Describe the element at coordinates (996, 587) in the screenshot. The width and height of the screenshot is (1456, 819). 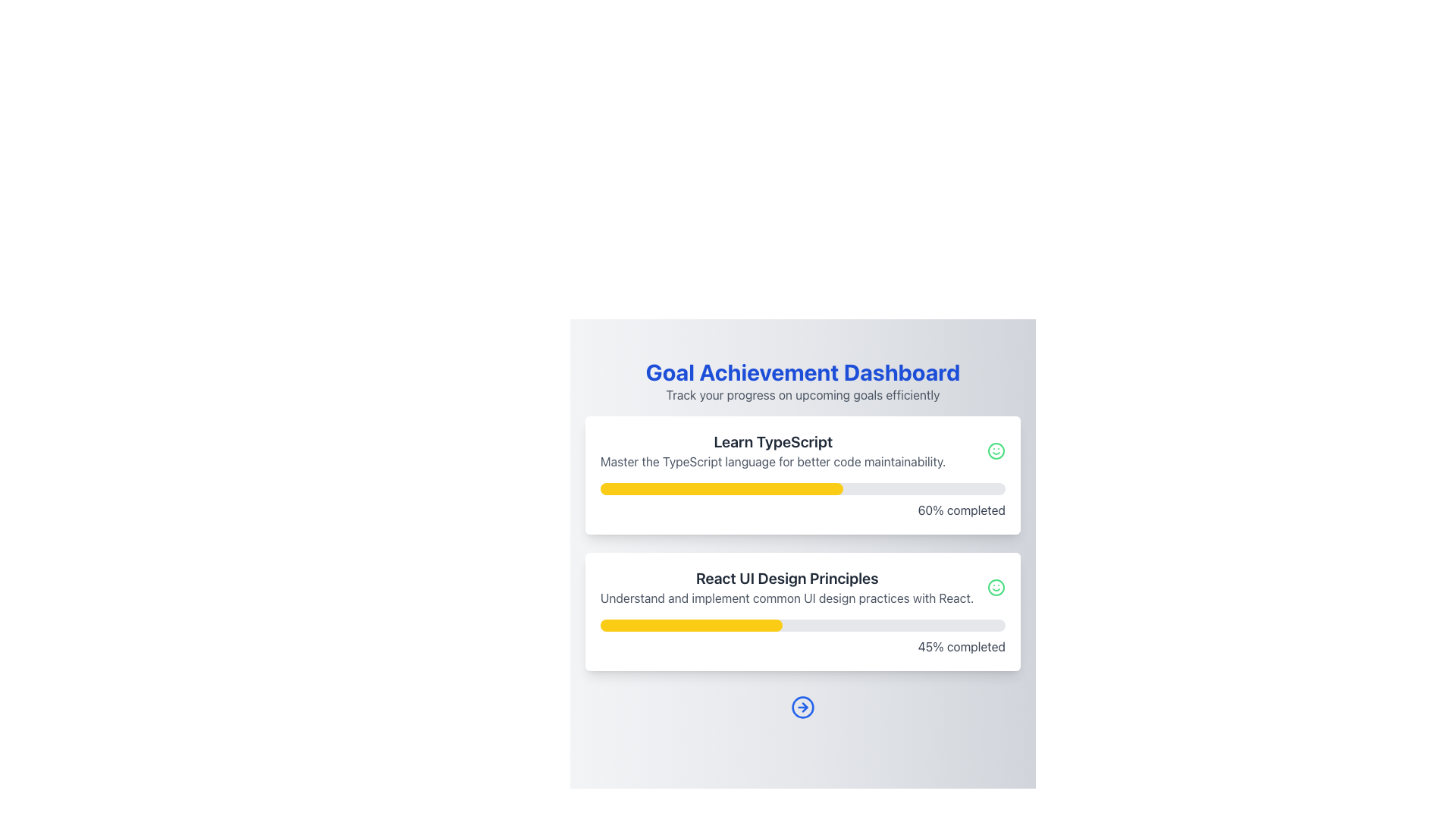
I see `the small circular green smiling face icon located to the right of the text 'React UI Design Principles' within the card` at that location.